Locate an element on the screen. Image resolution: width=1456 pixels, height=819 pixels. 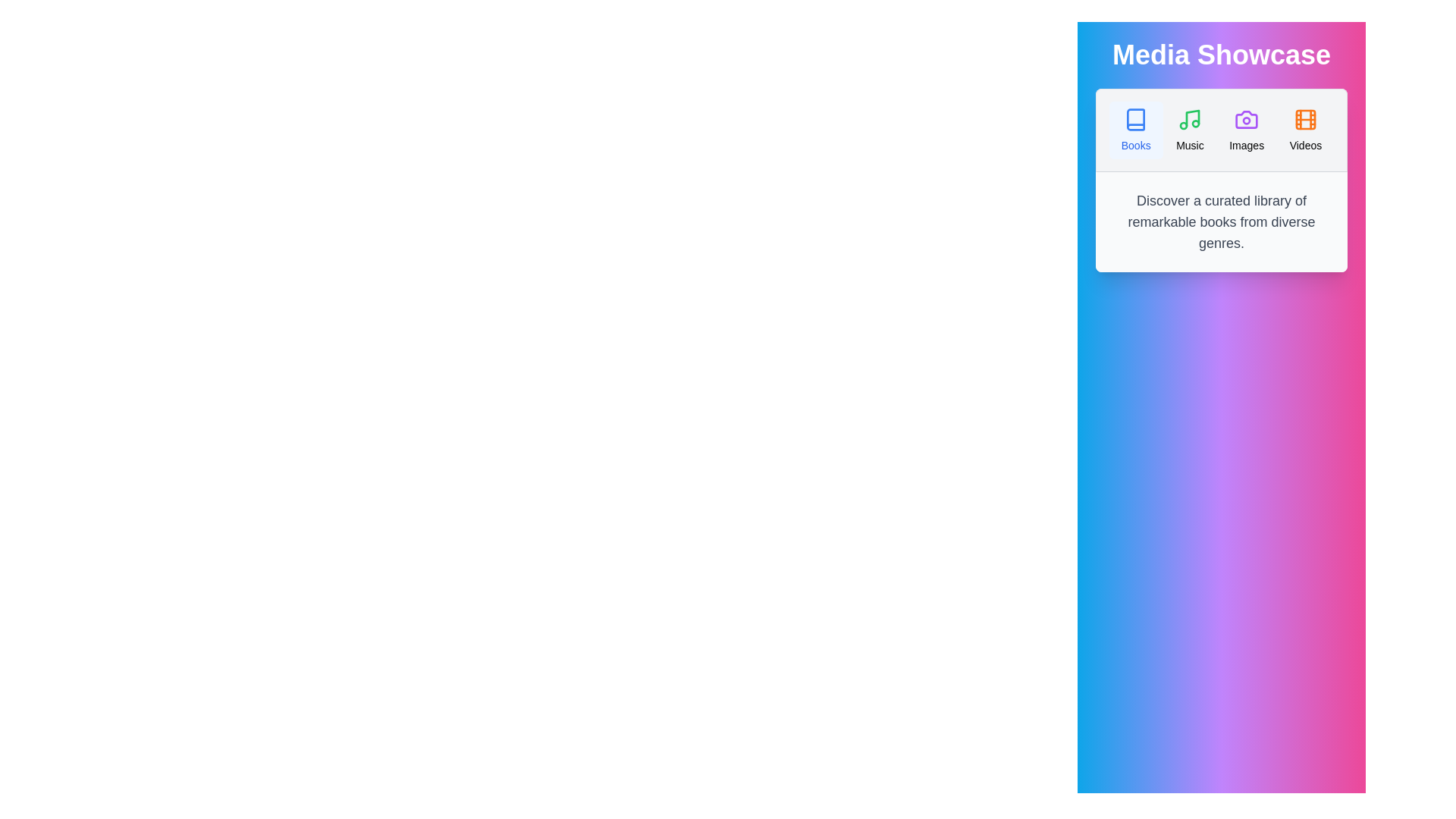
the media category Music by clicking its icon is located at coordinates (1189, 130).